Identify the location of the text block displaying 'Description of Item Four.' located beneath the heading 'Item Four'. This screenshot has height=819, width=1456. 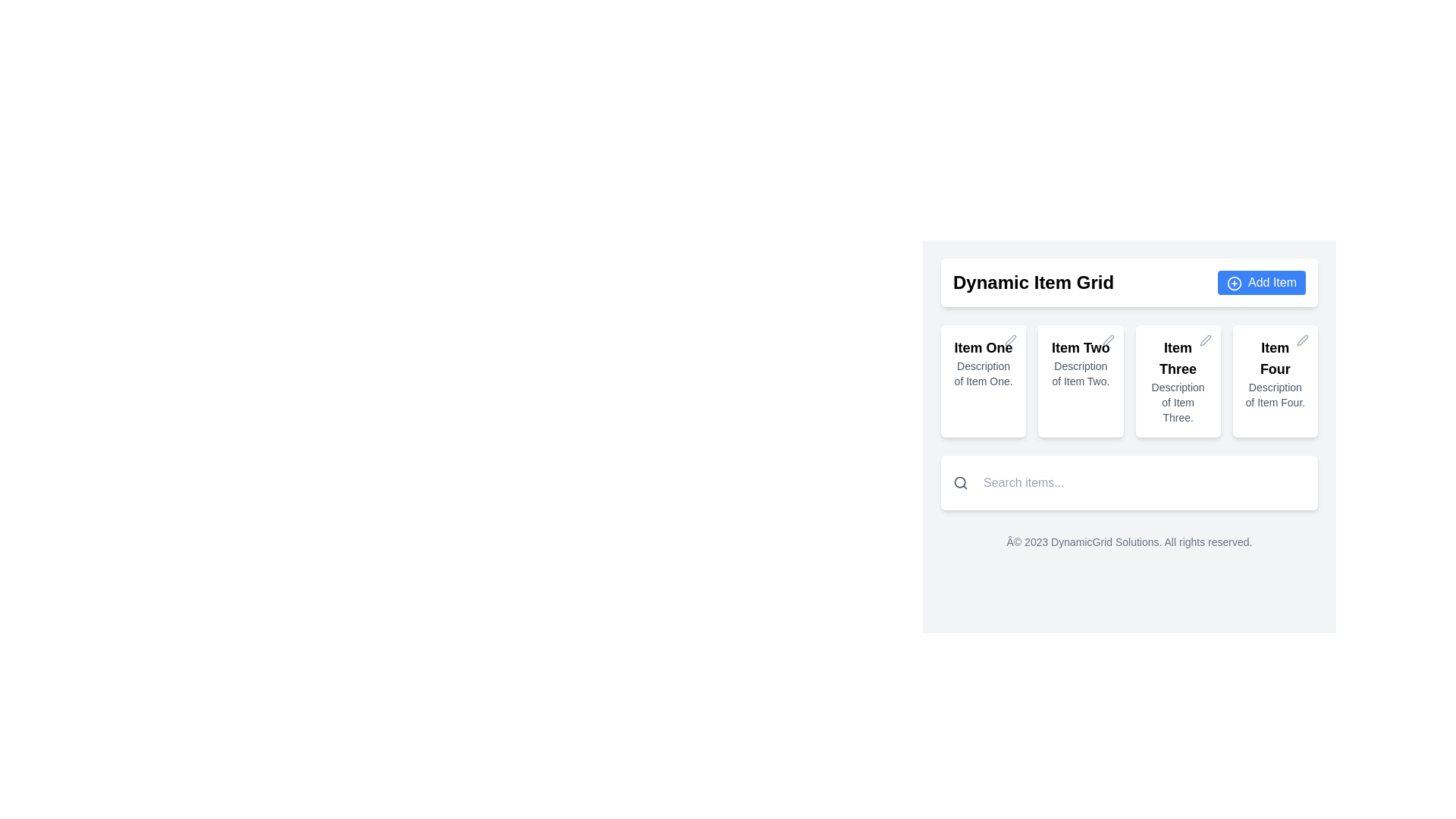
(1274, 394).